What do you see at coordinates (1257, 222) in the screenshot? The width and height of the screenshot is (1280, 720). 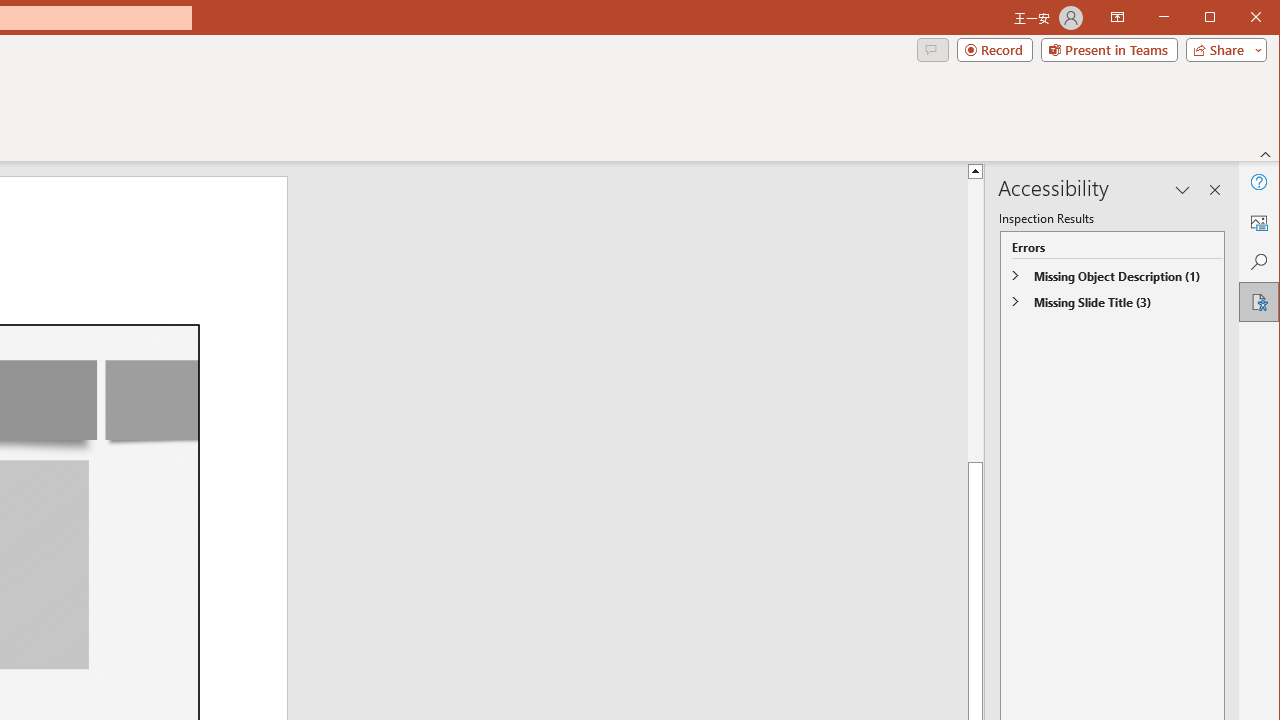 I see `'Alt Text'` at bounding box center [1257, 222].